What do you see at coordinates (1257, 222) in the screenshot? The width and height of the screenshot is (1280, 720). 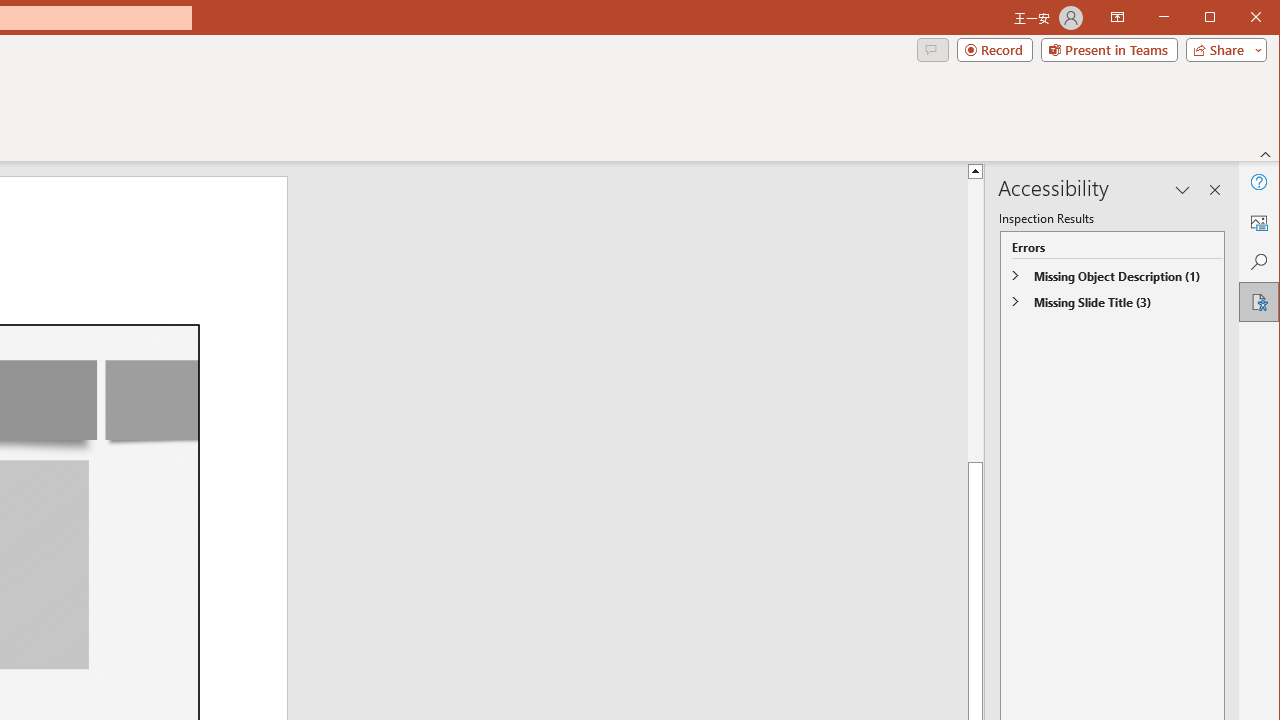 I see `'Alt Text'` at bounding box center [1257, 222].